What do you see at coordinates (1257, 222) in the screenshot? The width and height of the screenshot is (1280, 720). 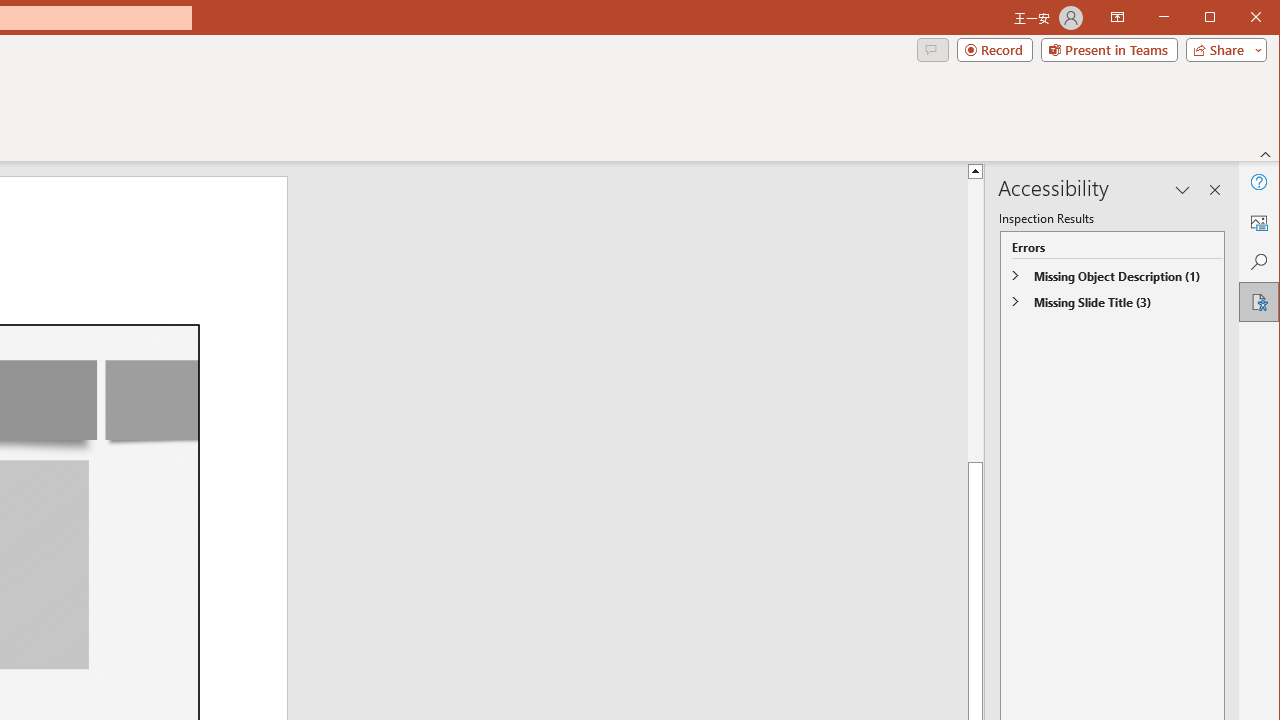 I see `'Alt Text'` at bounding box center [1257, 222].